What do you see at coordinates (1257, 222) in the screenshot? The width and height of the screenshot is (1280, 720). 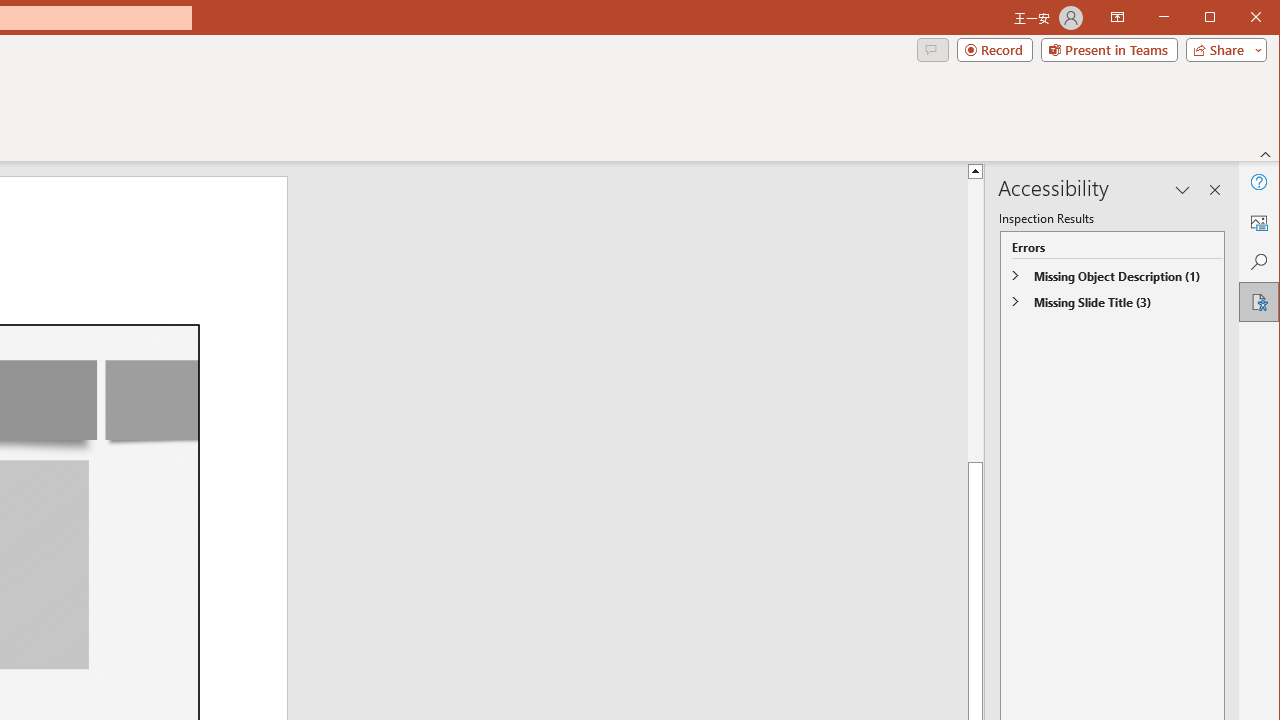 I see `'Alt Text'` at bounding box center [1257, 222].